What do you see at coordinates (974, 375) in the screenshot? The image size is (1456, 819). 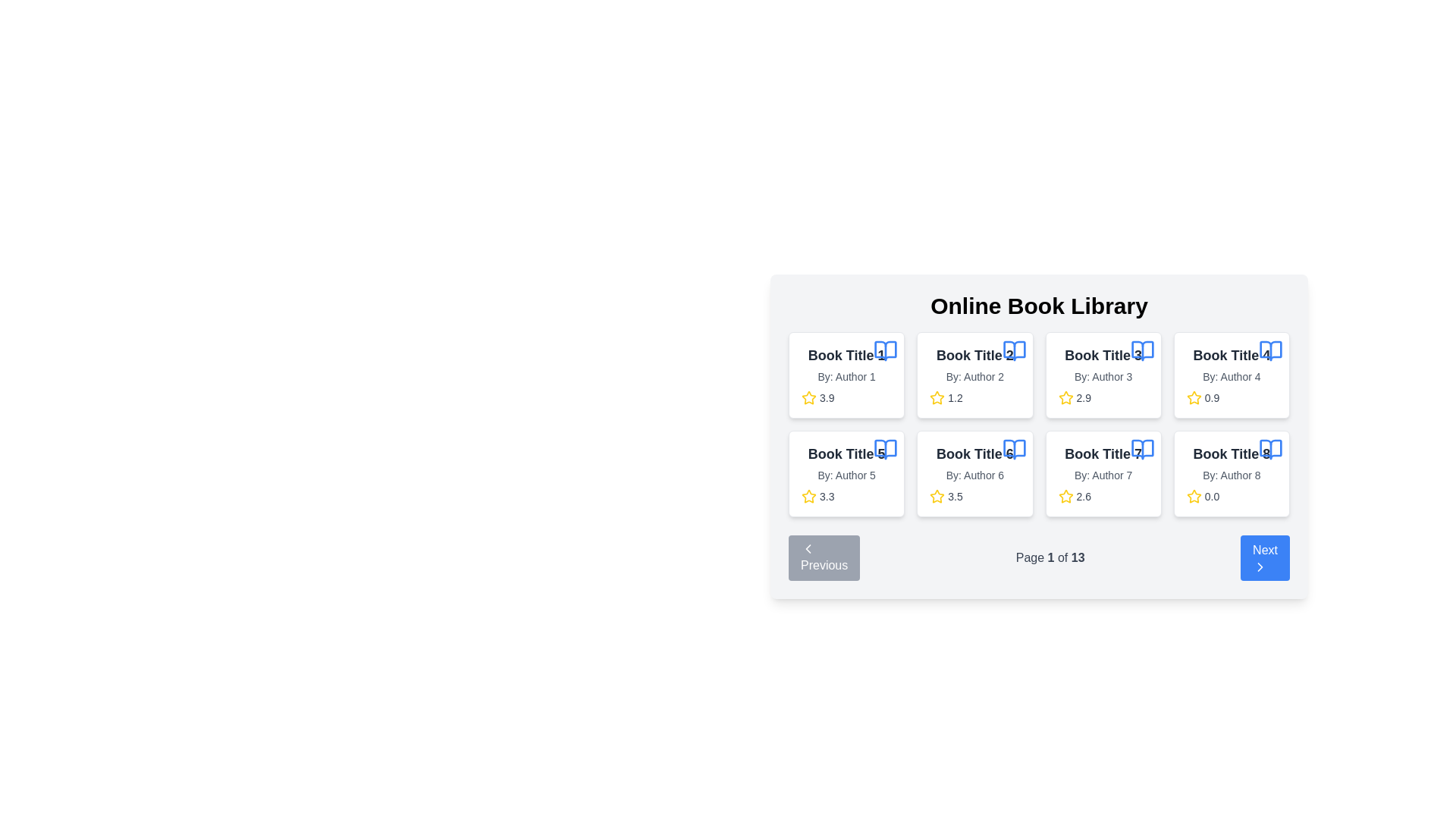 I see `the Information card displaying a book's details, positioned as the second card in the first row of a 4-column grid` at bounding box center [974, 375].